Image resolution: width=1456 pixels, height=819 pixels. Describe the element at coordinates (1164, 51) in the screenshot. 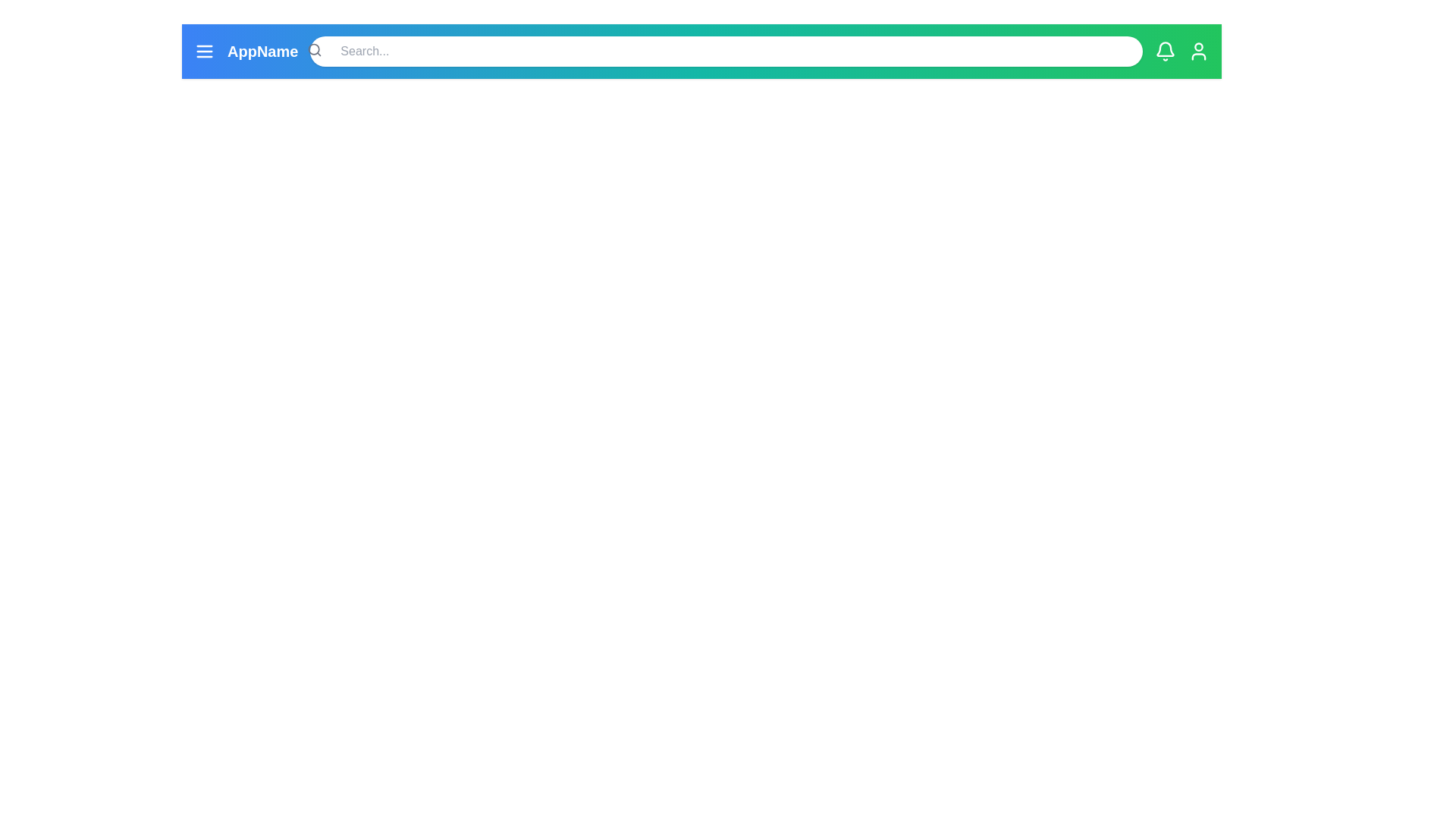

I see `the notification icon in the app bar` at that location.